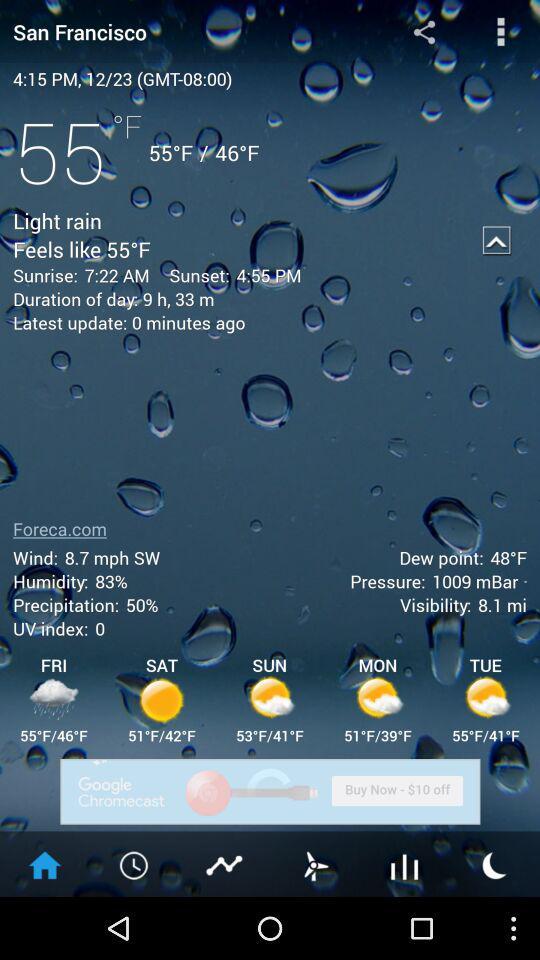 The height and width of the screenshot is (960, 540). What do you see at coordinates (500, 30) in the screenshot?
I see `options` at bounding box center [500, 30].